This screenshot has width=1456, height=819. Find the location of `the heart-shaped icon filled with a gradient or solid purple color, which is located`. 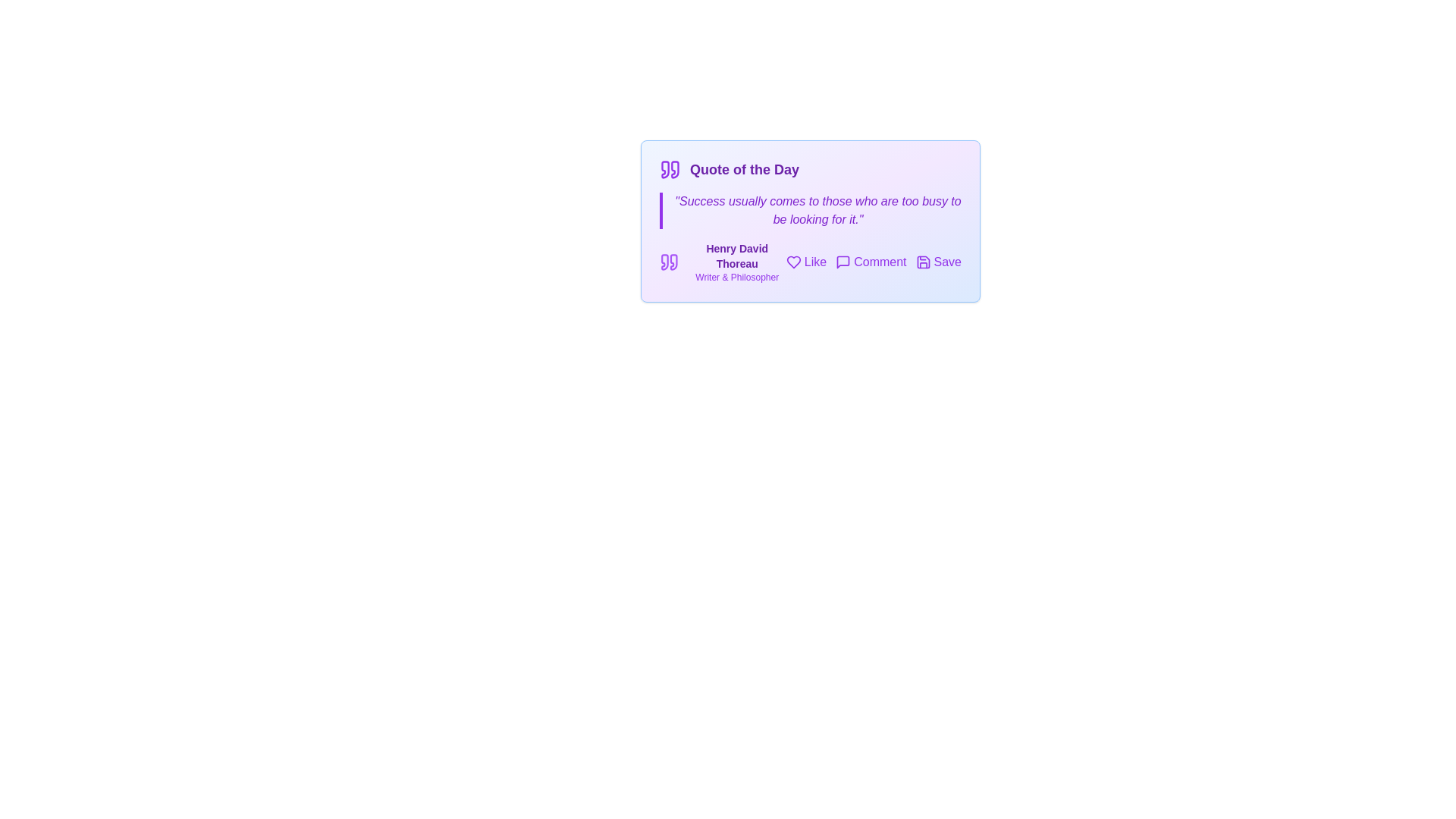

the heart-shaped icon filled with a gradient or solid purple color, which is located is located at coordinates (792, 262).